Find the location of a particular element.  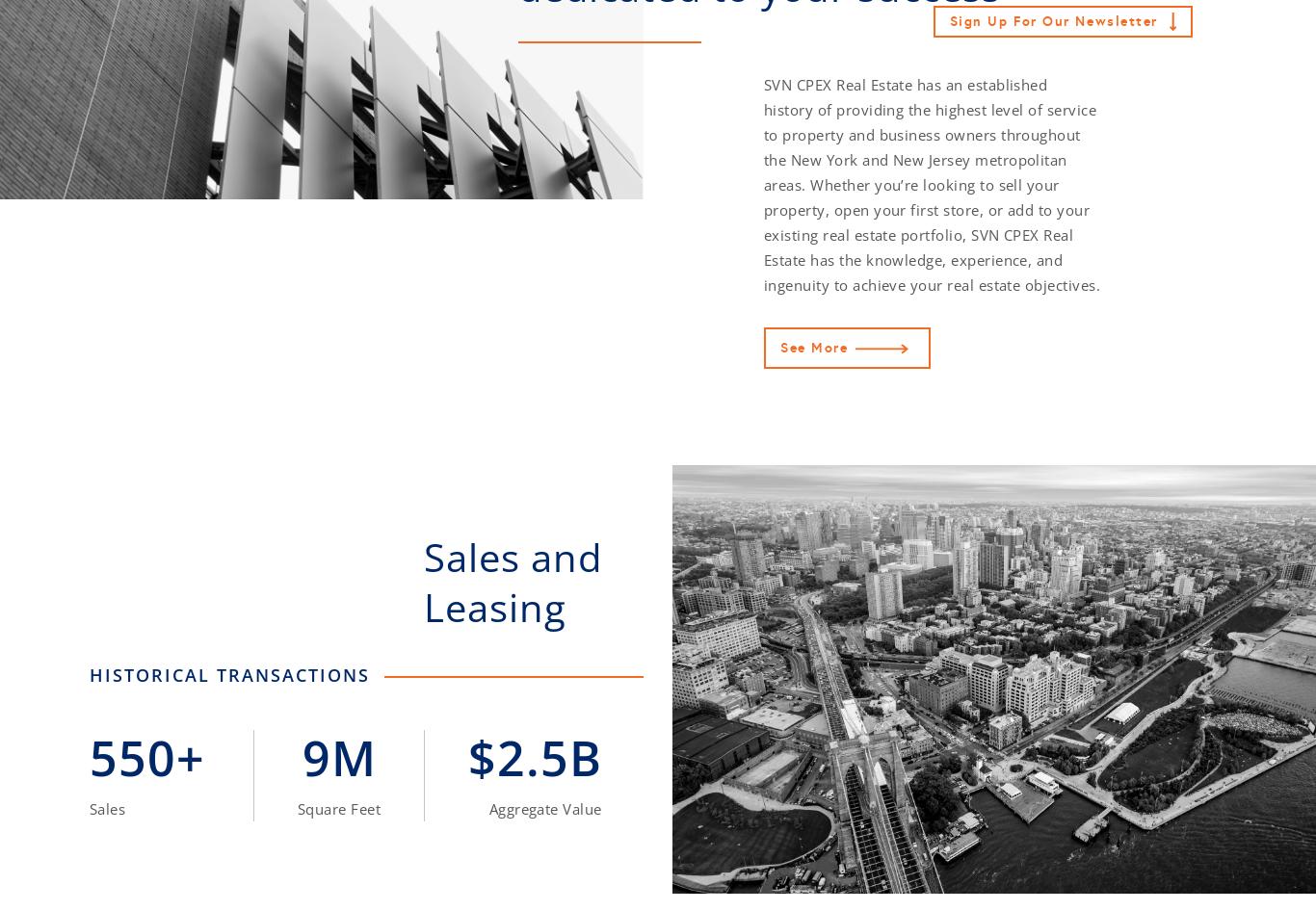

'Historical Transactions' is located at coordinates (90, 674).